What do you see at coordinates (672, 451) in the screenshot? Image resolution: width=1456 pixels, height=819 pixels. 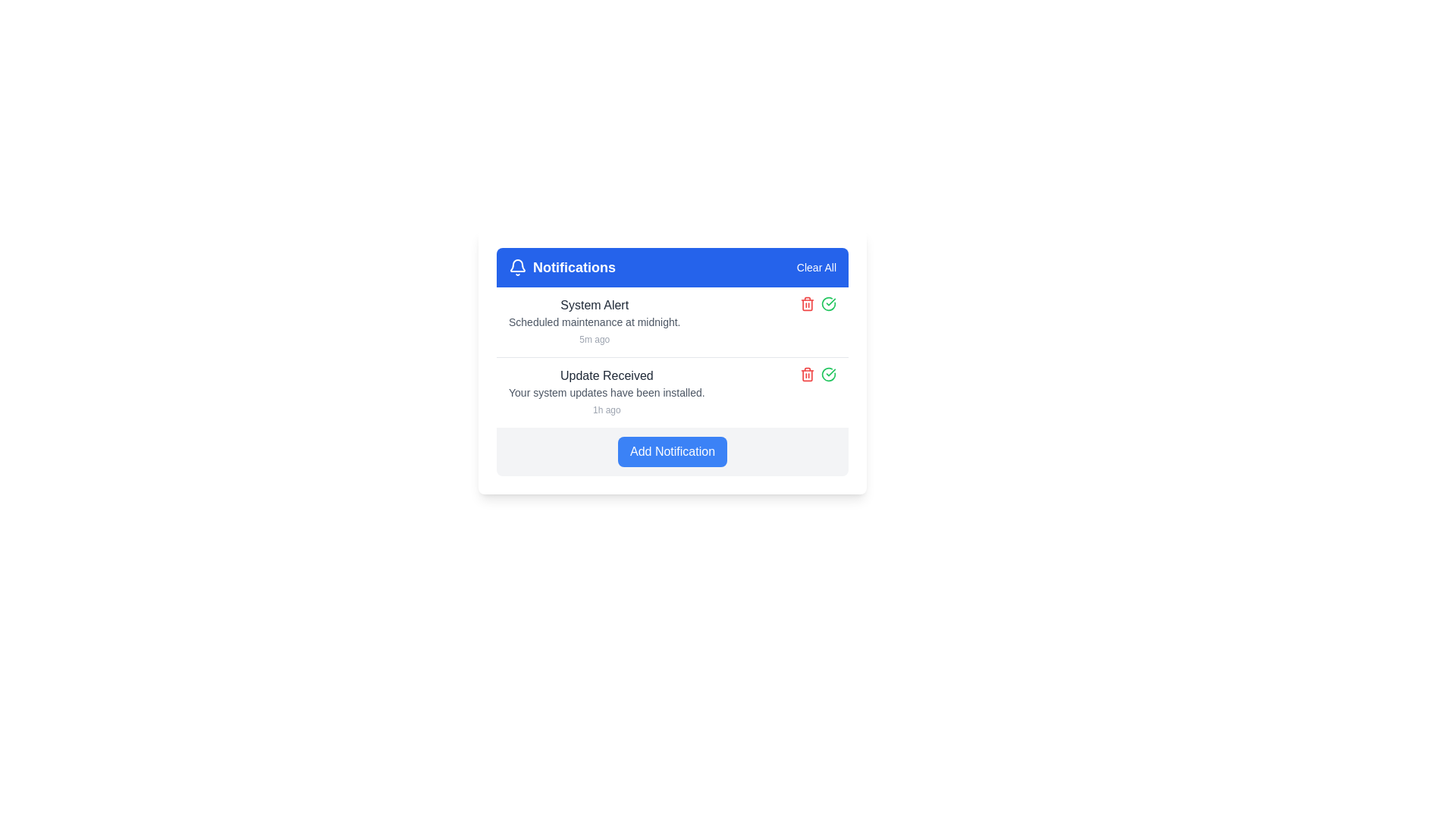 I see `the button located at the bottom section of the notification card` at bounding box center [672, 451].